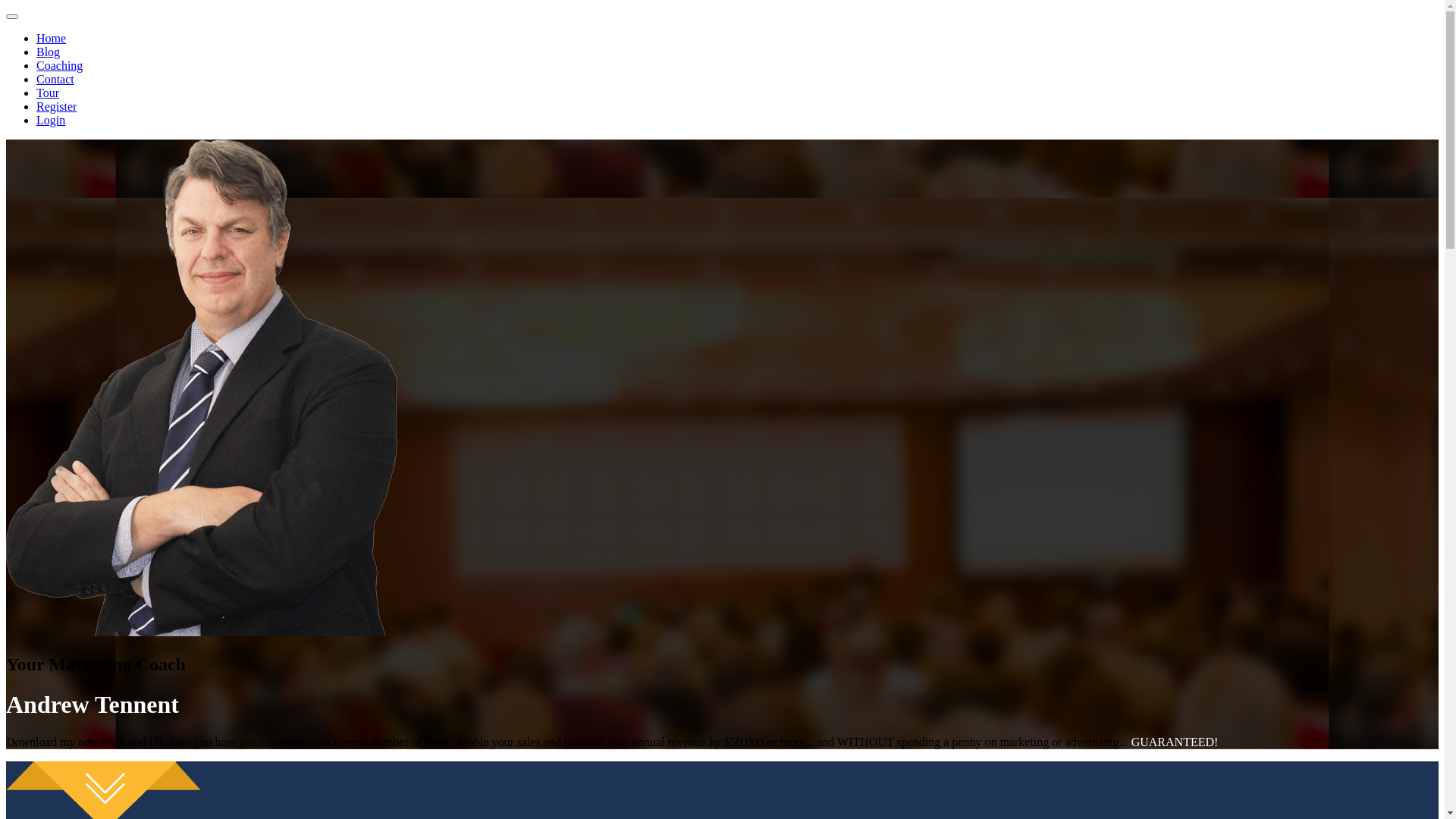  What do you see at coordinates (51, 37) in the screenshot?
I see `'Home'` at bounding box center [51, 37].